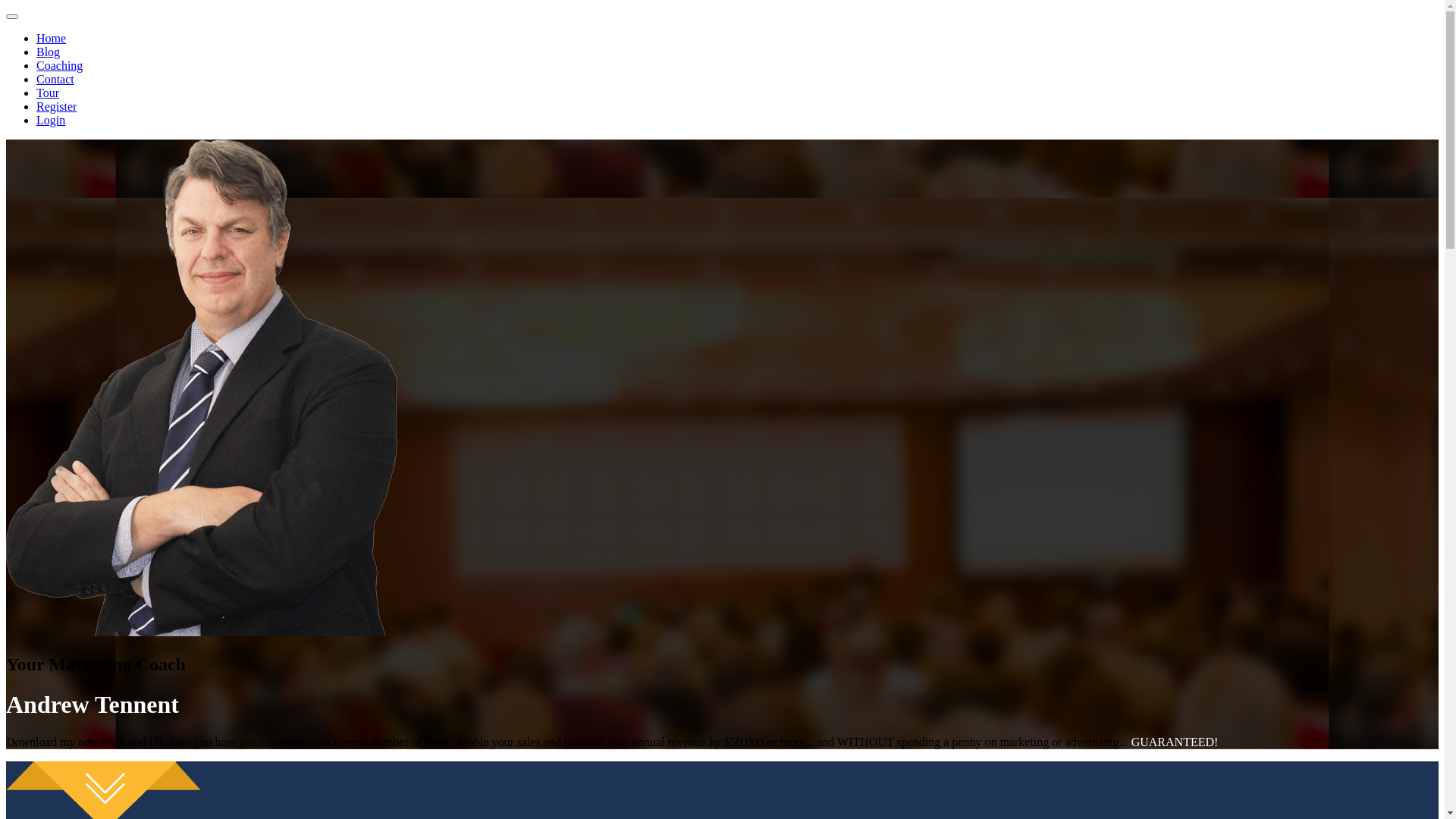  What do you see at coordinates (51, 37) in the screenshot?
I see `'Home'` at bounding box center [51, 37].